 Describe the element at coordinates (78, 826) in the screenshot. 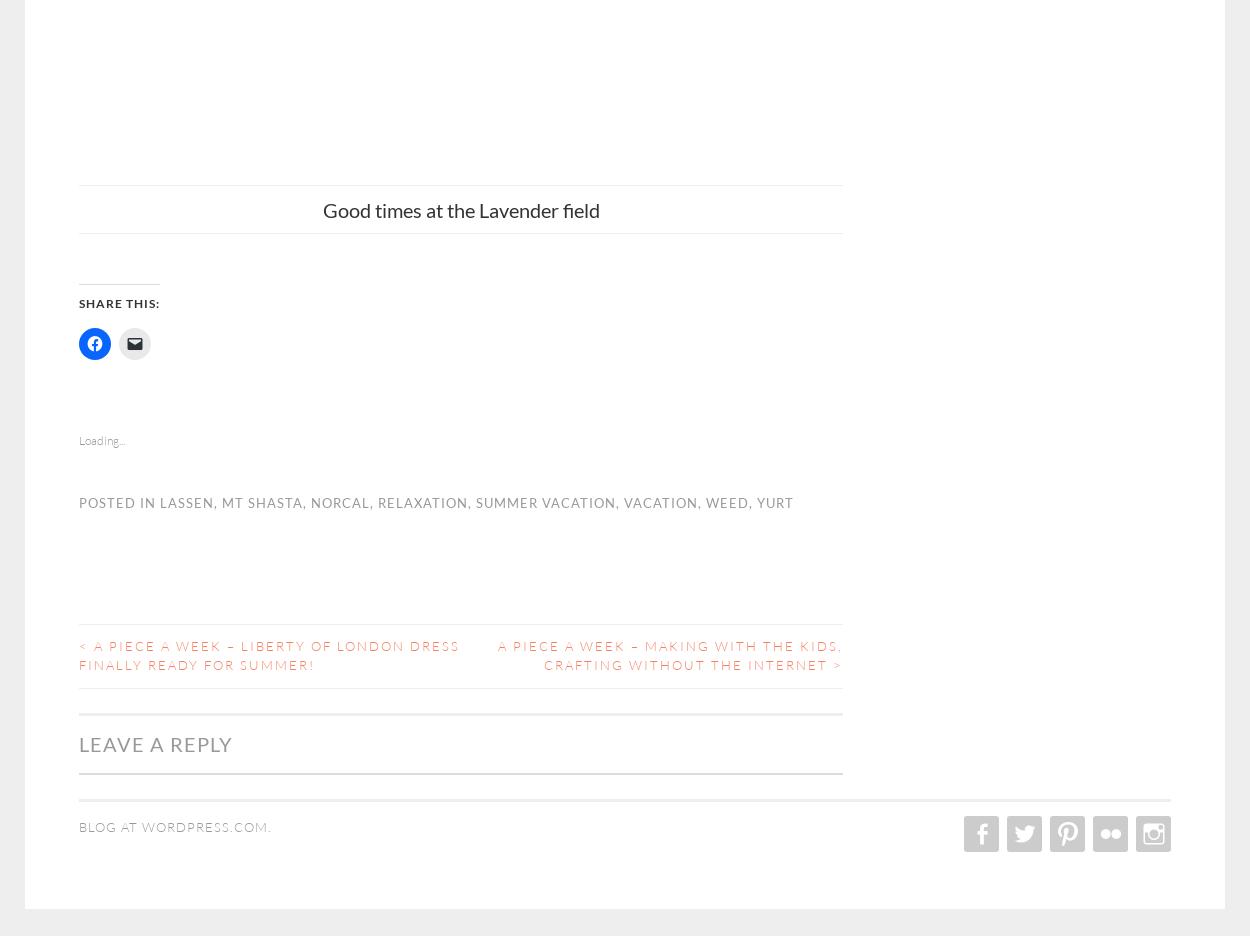

I see `'Blog at WordPress.com.'` at that location.